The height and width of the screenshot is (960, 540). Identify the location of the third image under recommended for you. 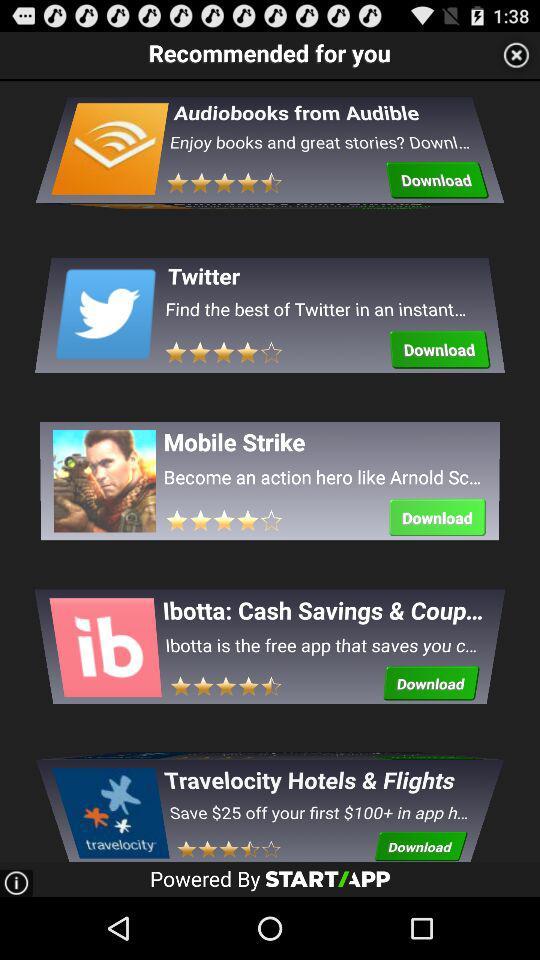
(109, 480).